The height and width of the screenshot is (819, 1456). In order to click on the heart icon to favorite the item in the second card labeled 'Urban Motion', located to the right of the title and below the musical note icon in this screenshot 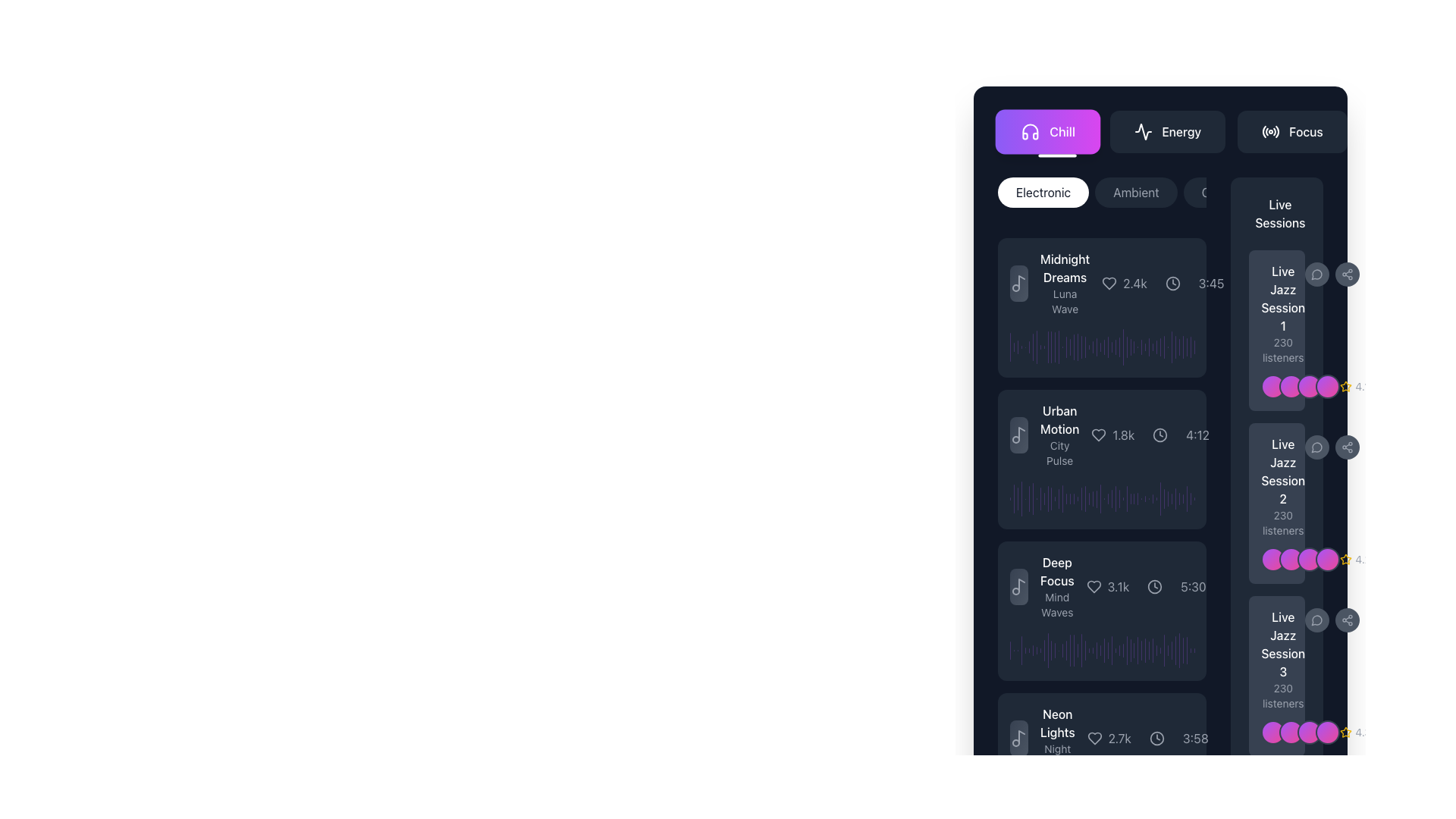, I will do `click(1099, 435)`.